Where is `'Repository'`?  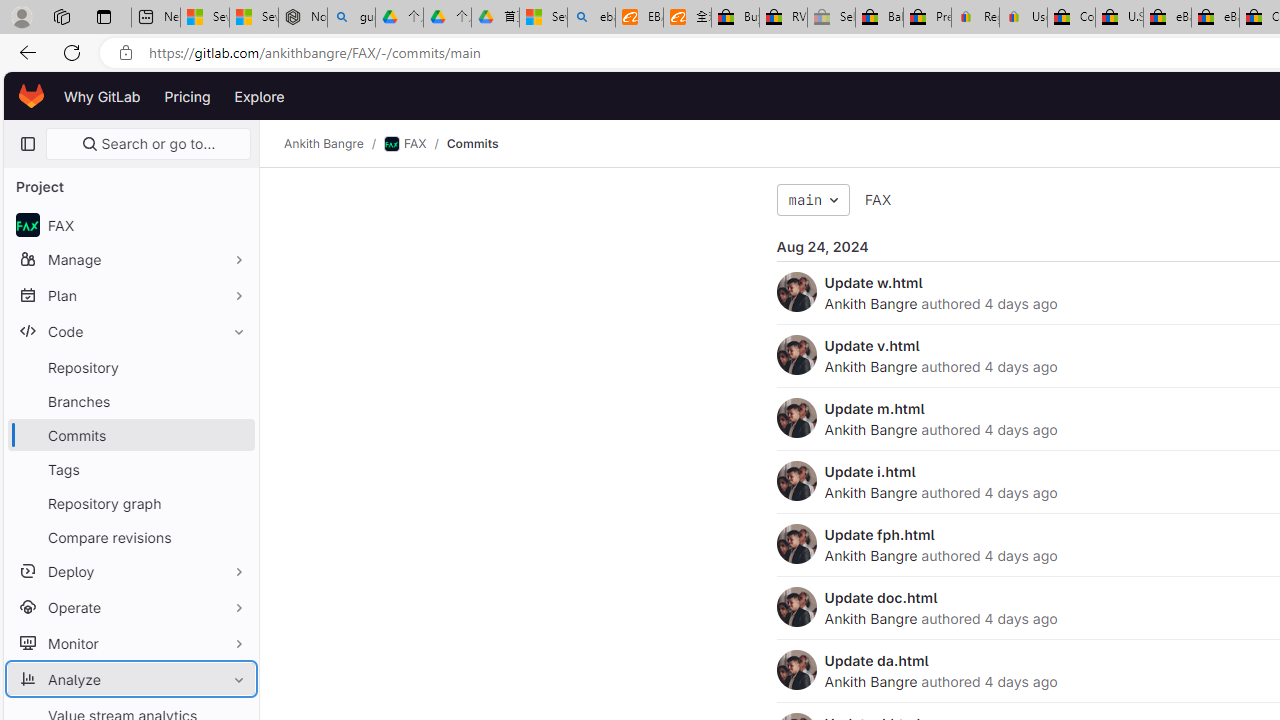
'Repository' is located at coordinates (130, 367).